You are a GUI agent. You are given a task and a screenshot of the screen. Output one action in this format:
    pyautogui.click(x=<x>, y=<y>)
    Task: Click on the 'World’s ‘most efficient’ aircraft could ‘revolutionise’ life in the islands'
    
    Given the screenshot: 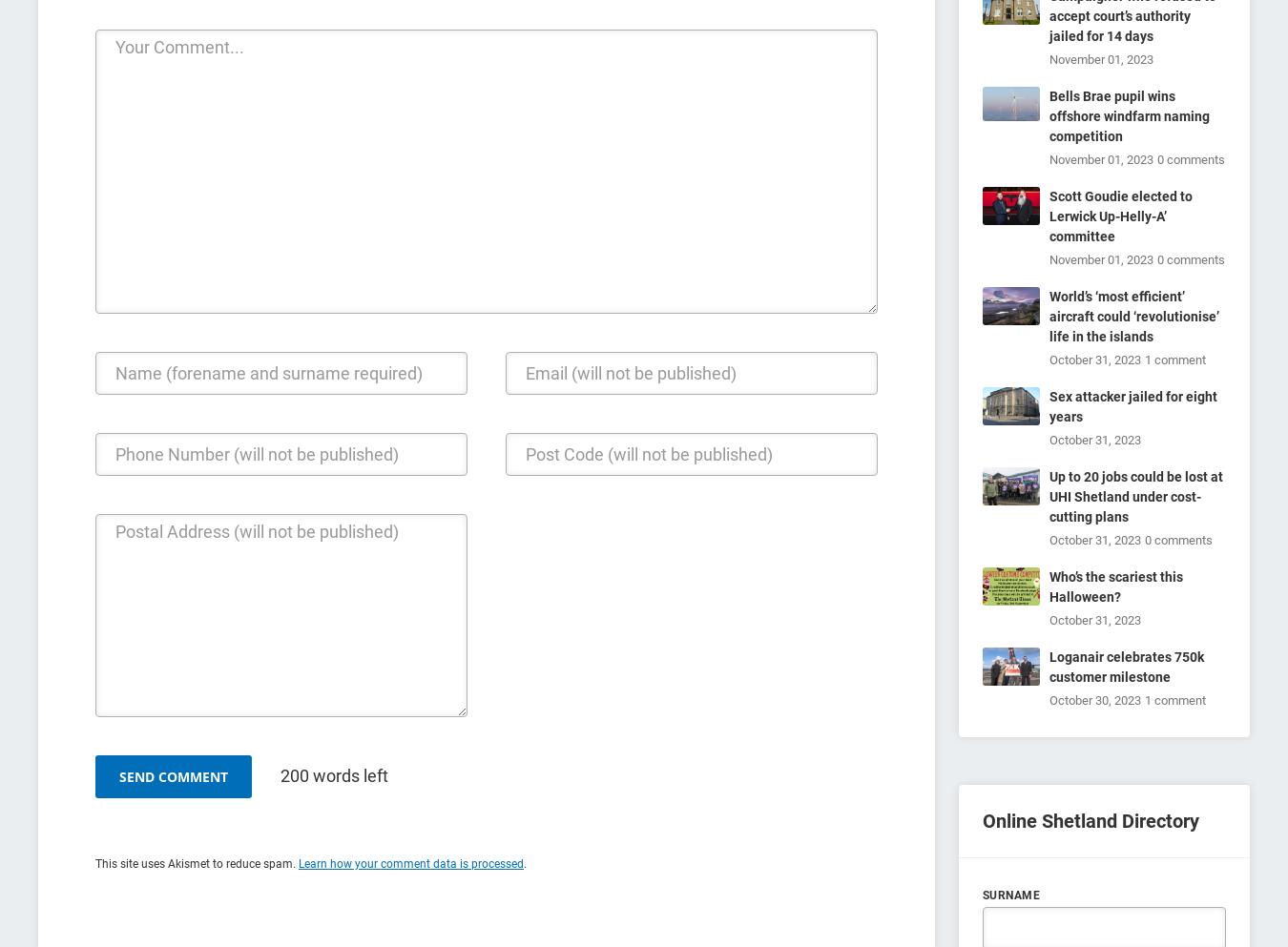 What is the action you would take?
    pyautogui.click(x=1132, y=315)
    